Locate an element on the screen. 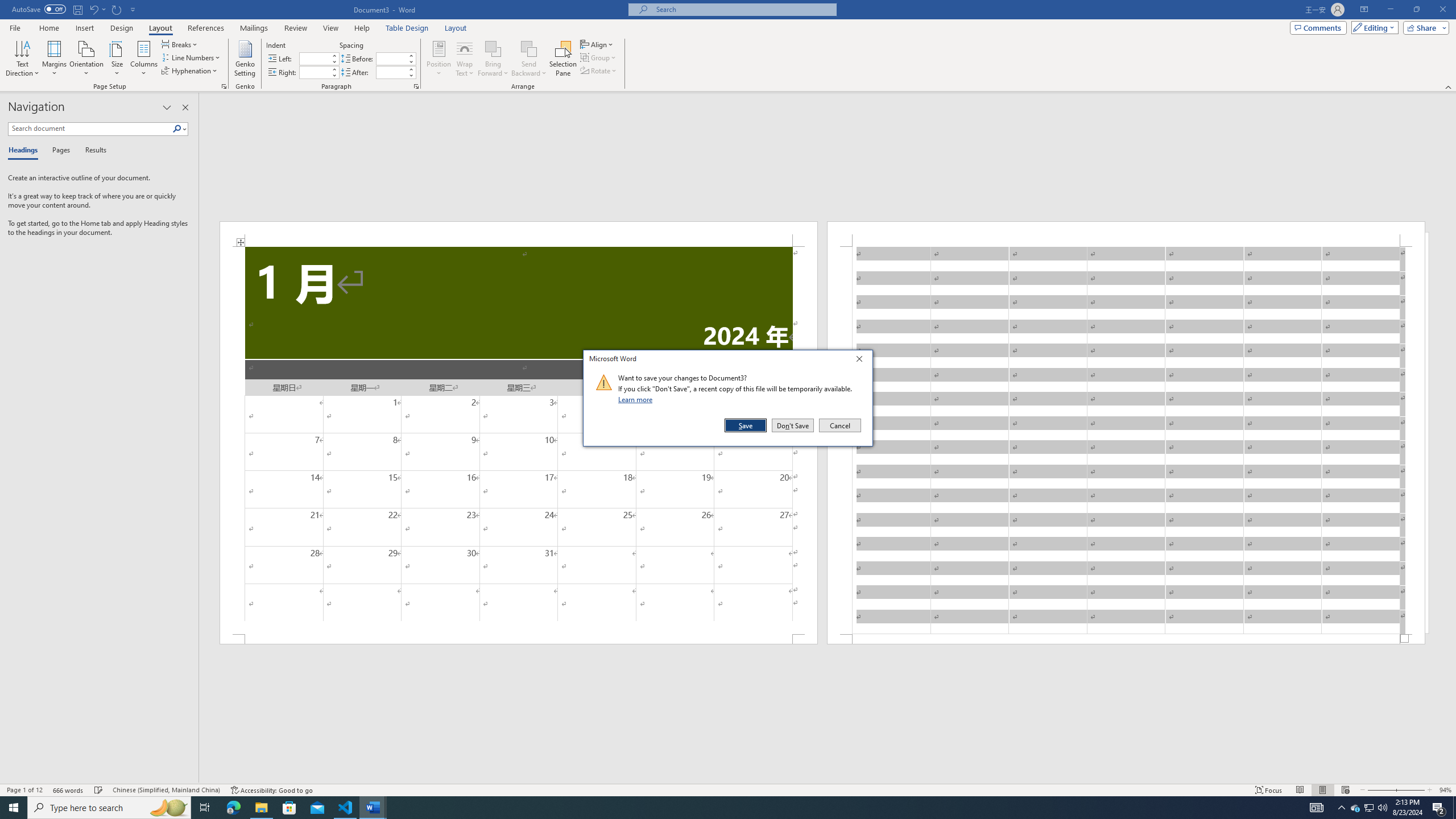 This screenshot has height=819, width=1456. 'Page Number Page 1 of 12' is located at coordinates (24, 790).